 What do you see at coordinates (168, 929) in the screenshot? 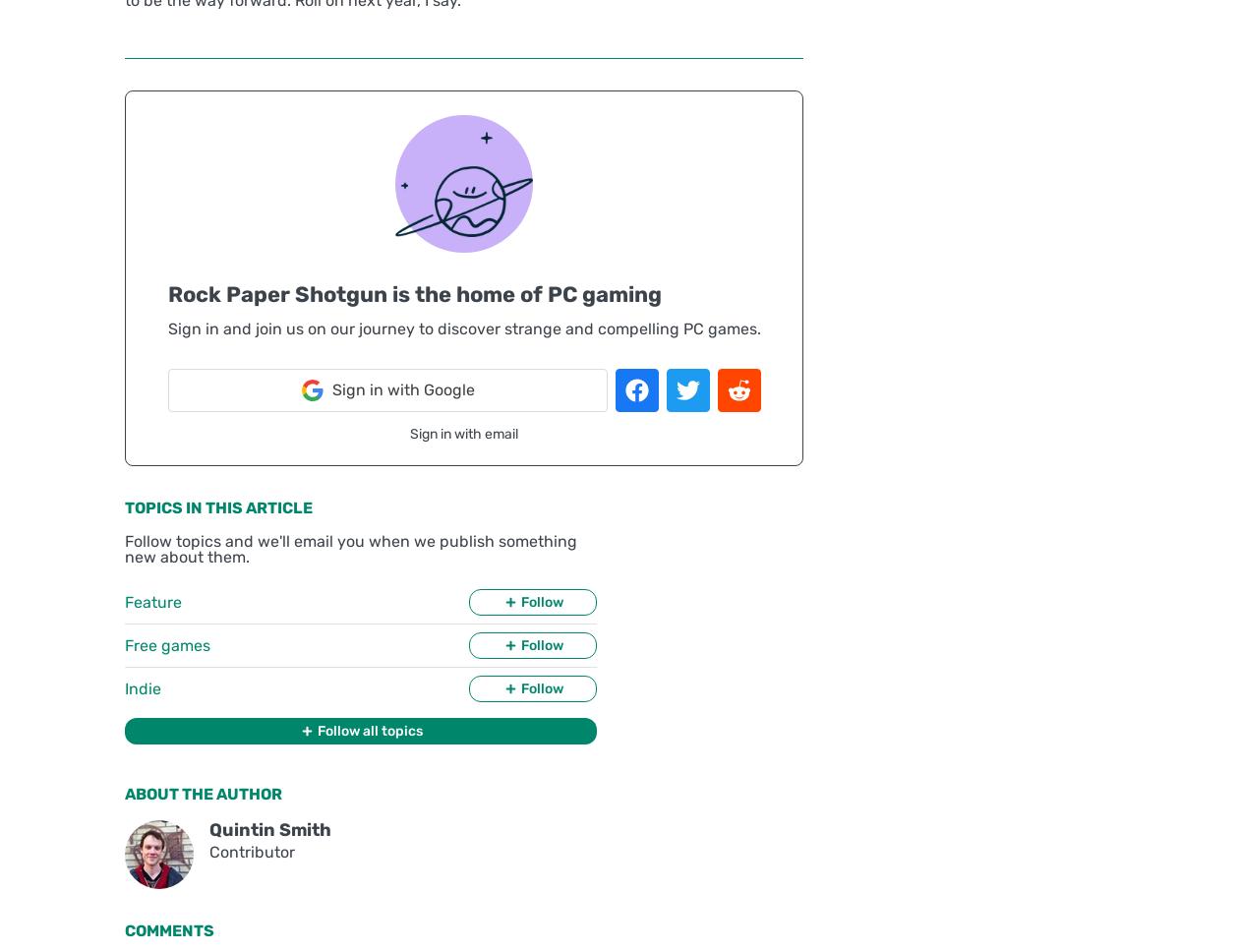
I see `'Comments'` at bounding box center [168, 929].